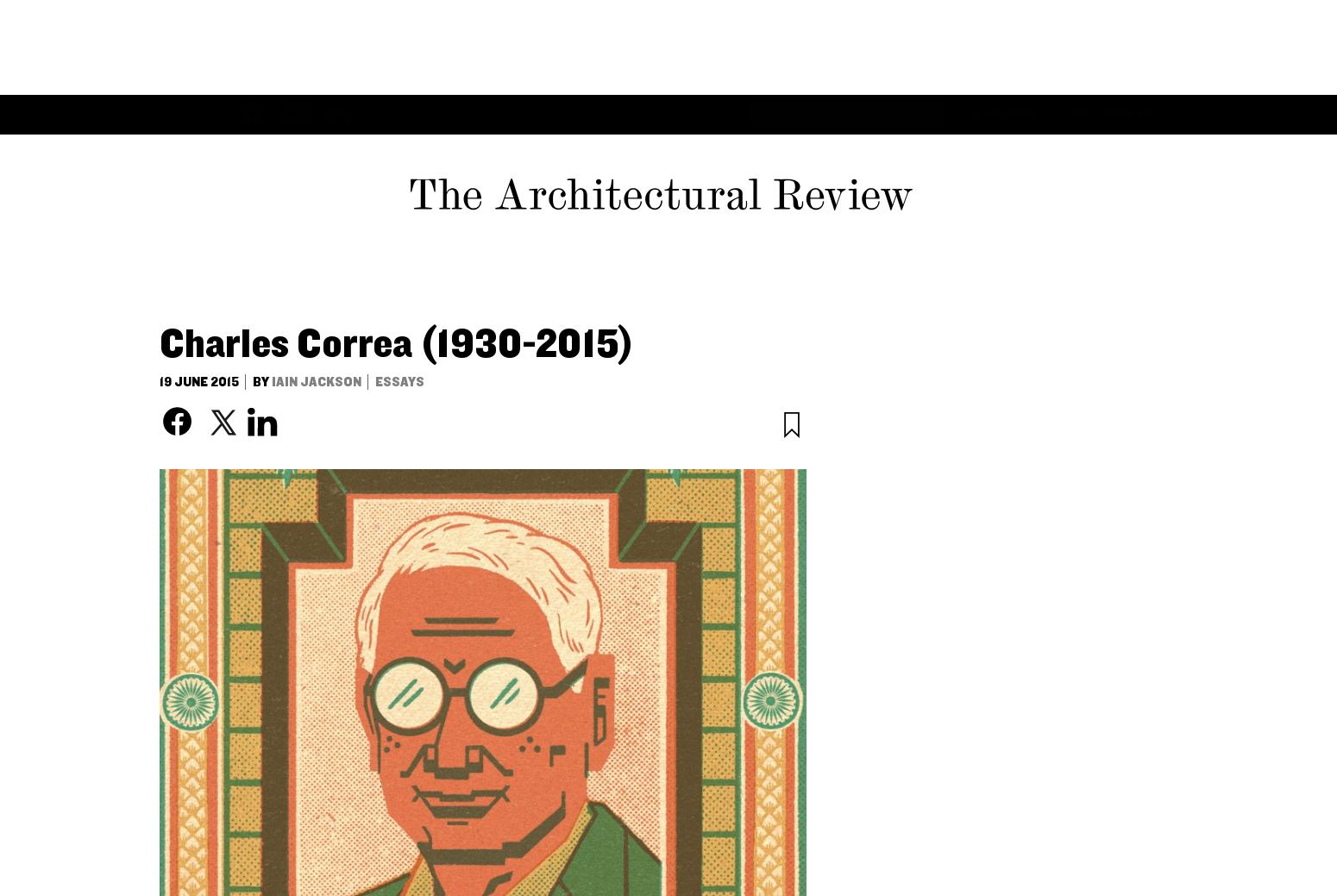 The height and width of the screenshot is (896, 1337). Describe the element at coordinates (715, 18) in the screenshot. I see `'Films'` at that location.